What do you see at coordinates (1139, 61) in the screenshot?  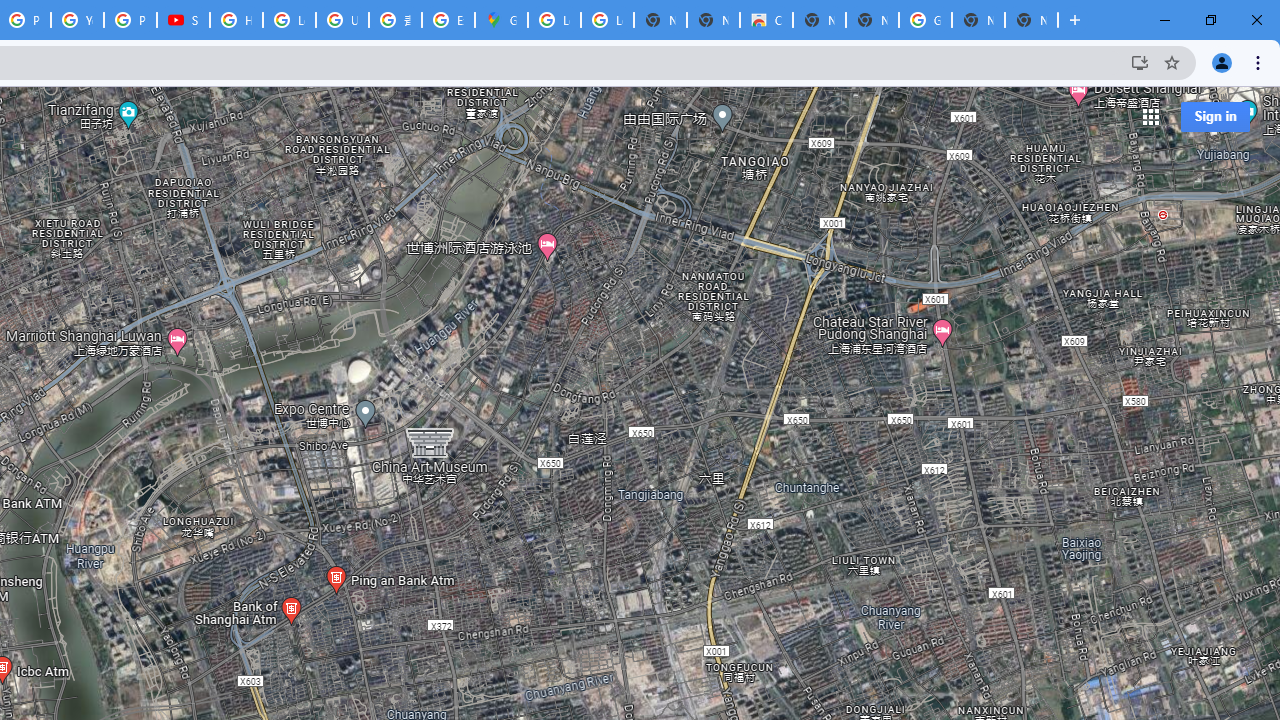 I see `'Install Google Maps'` at bounding box center [1139, 61].